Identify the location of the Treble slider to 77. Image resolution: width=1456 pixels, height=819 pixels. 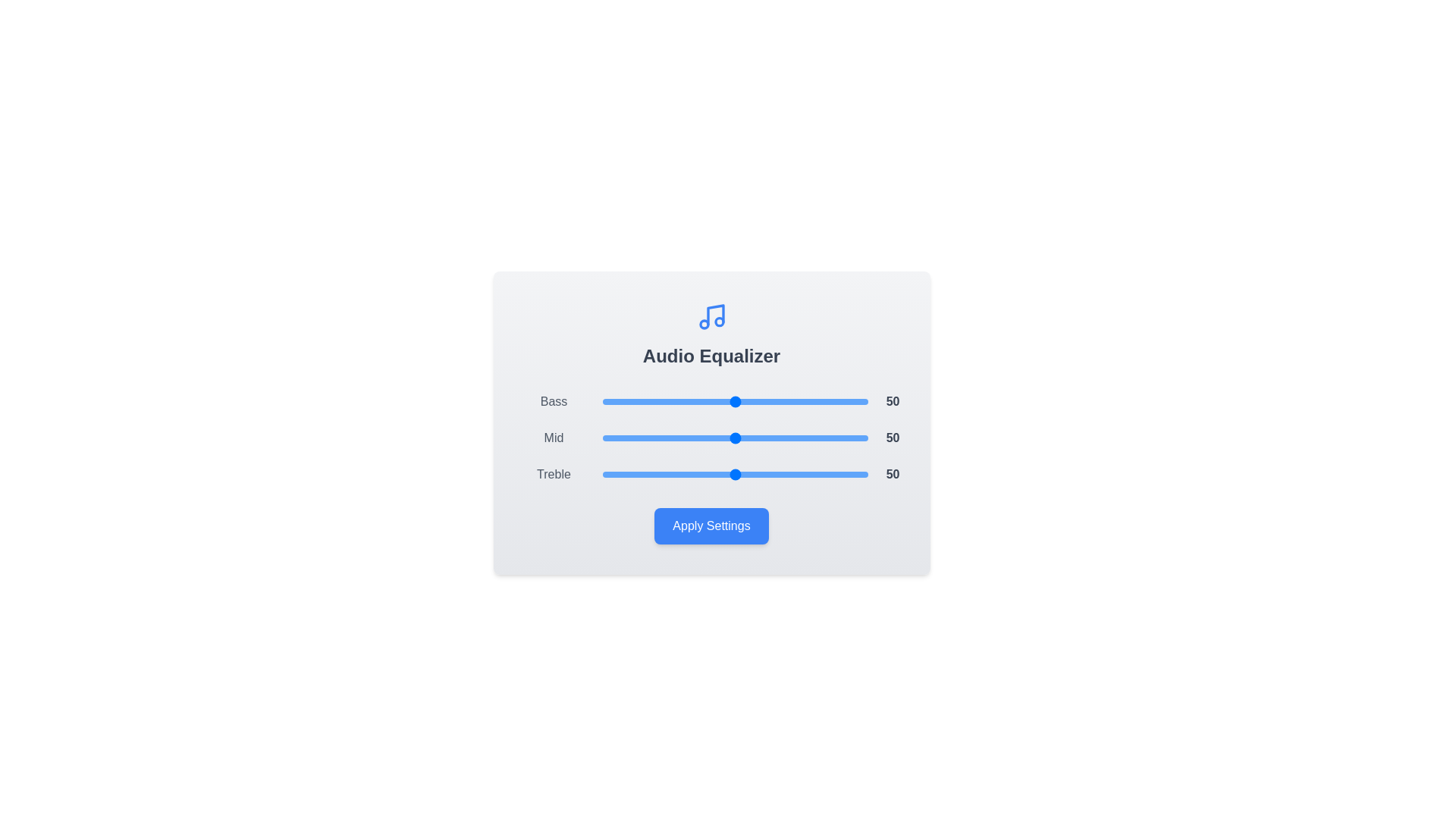
(806, 473).